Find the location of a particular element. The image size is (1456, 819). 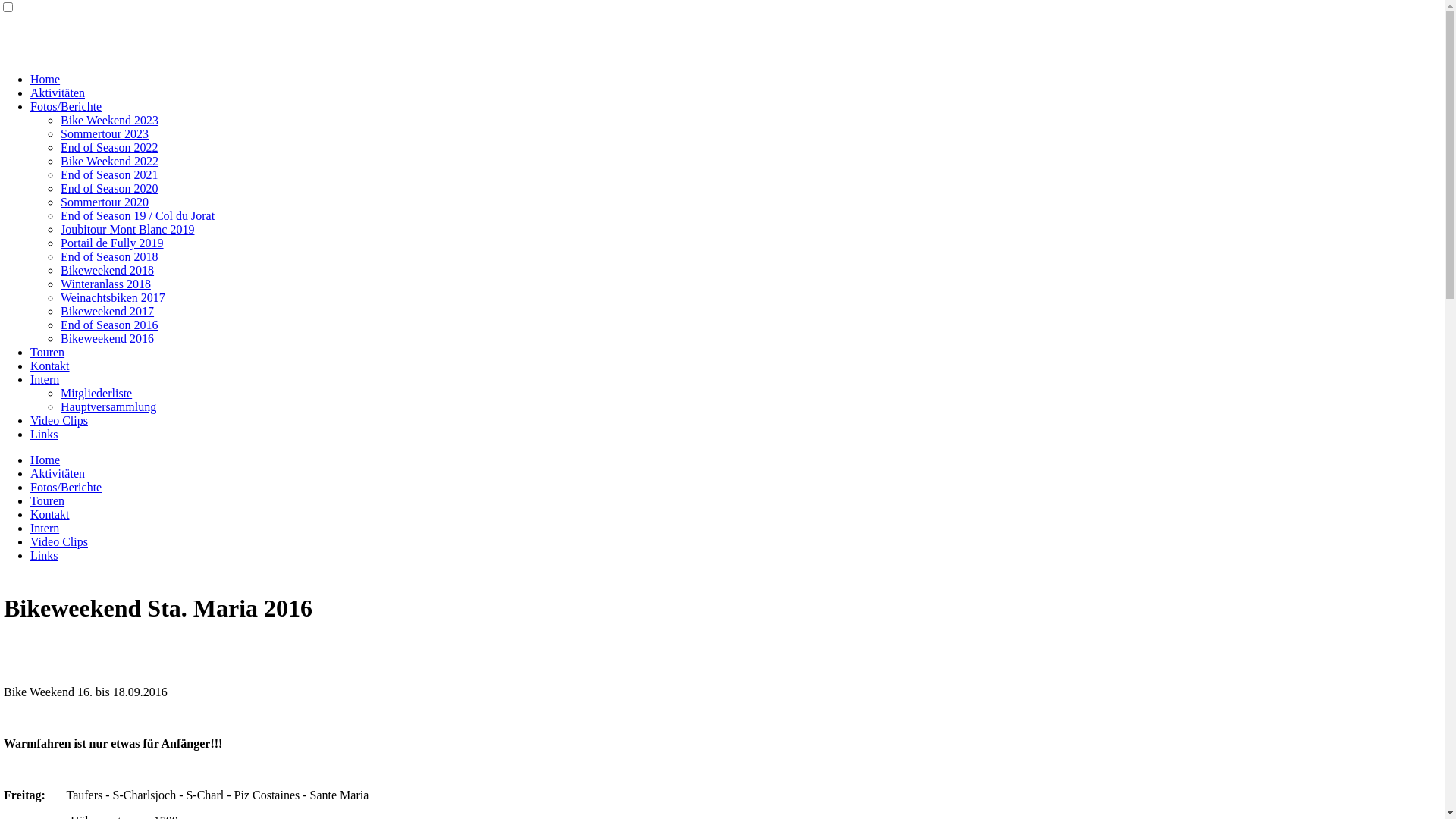

'End of Season 2021' is located at coordinates (108, 174).